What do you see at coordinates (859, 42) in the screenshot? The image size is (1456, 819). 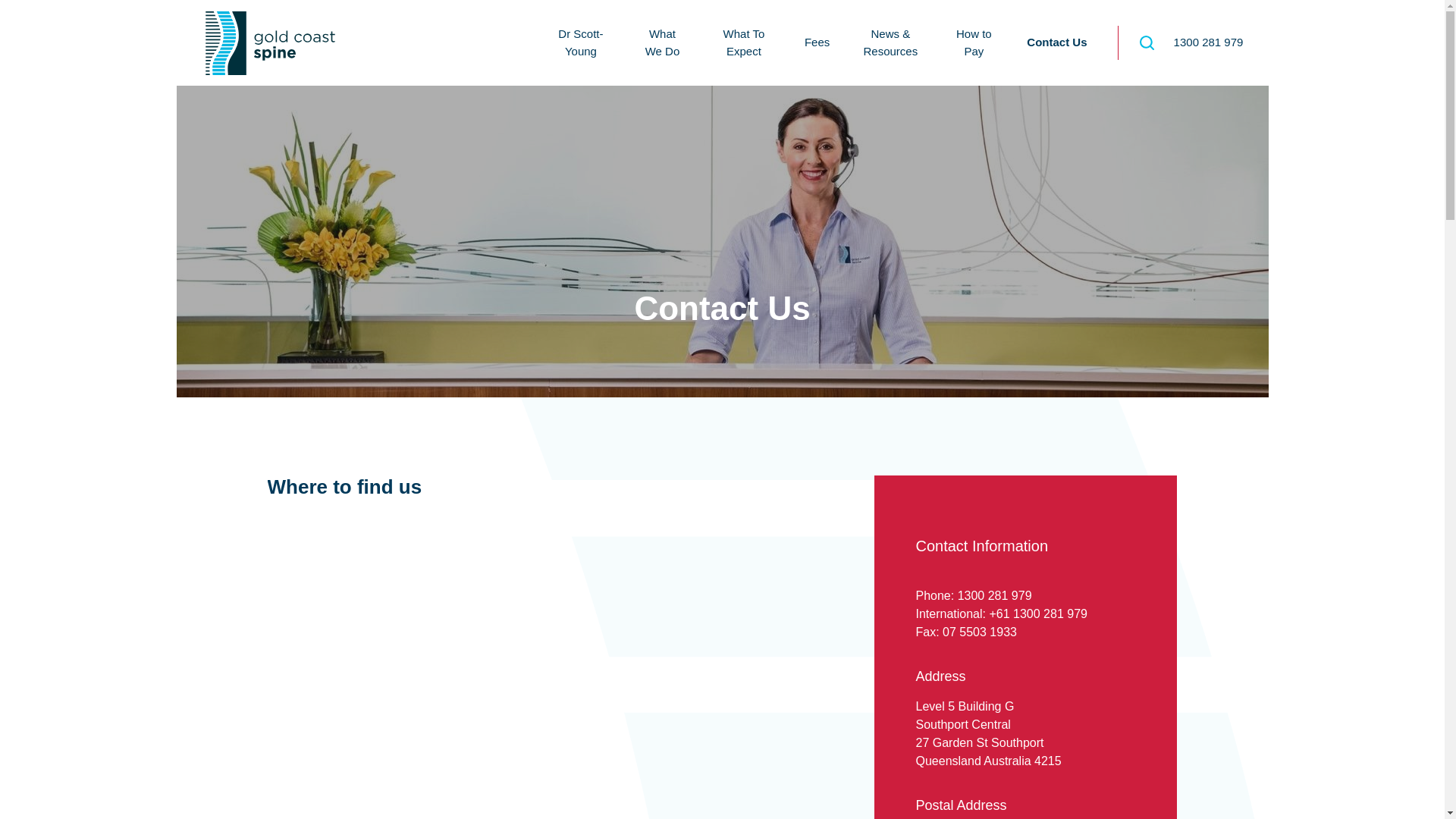 I see `'News & Resources'` at bounding box center [859, 42].